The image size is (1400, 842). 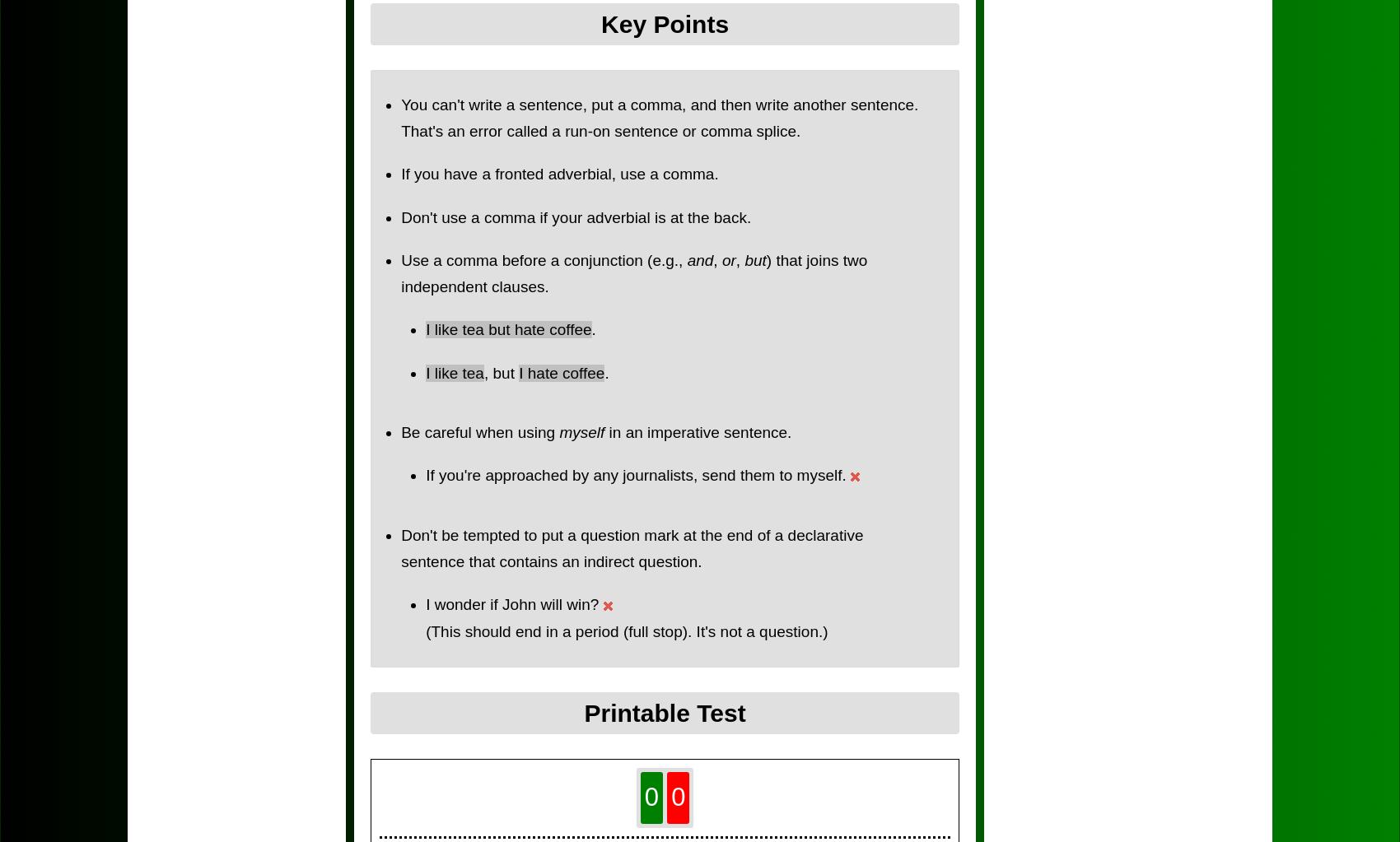 What do you see at coordinates (581, 431) in the screenshot?
I see `'myself'` at bounding box center [581, 431].